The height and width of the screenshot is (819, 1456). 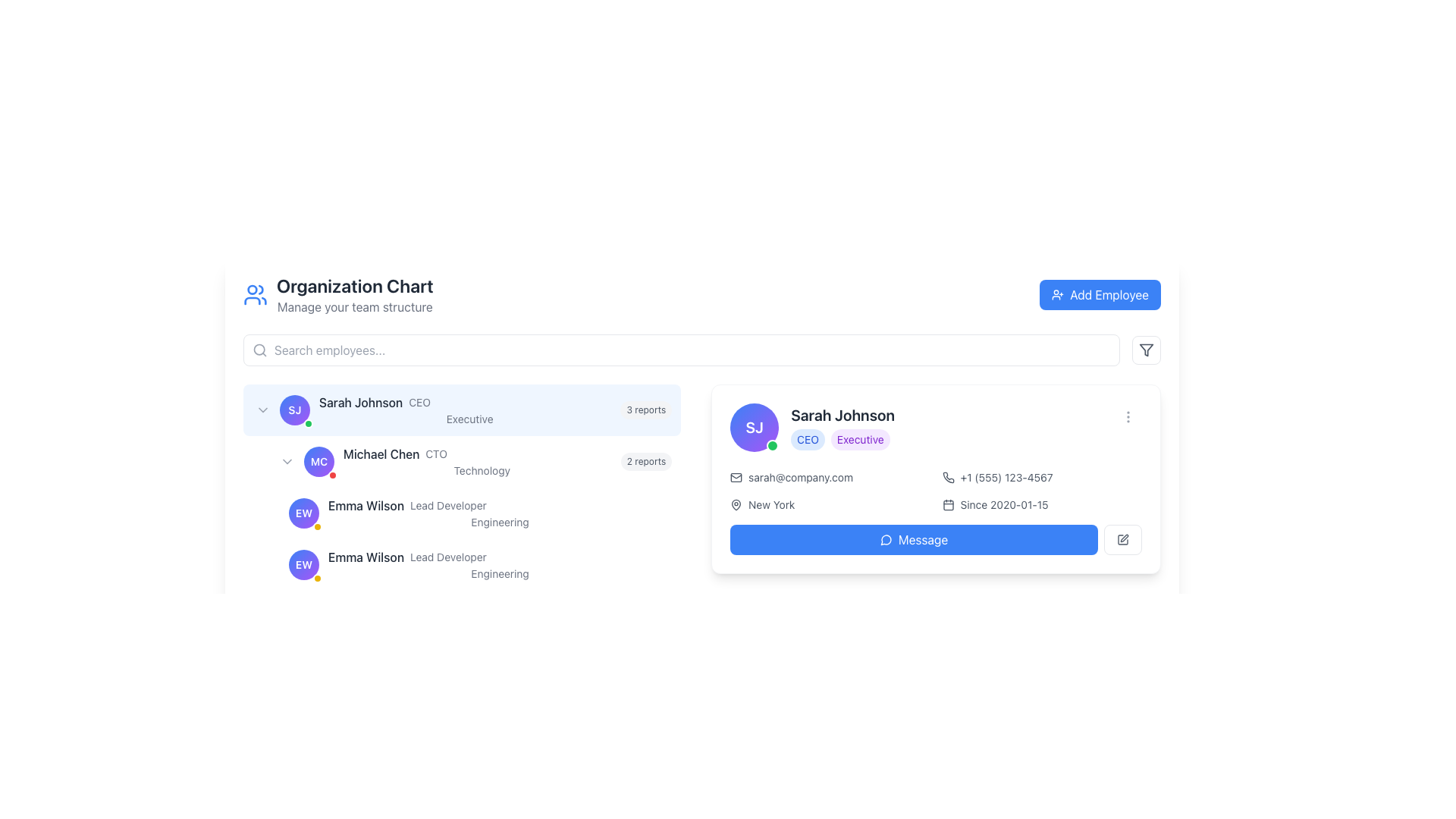 What do you see at coordinates (935, 539) in the screenshot?
I see `the blue rectangular button with rounded corners labeled 'Message' to provide visual feedback` at bounding box center [935, 539].